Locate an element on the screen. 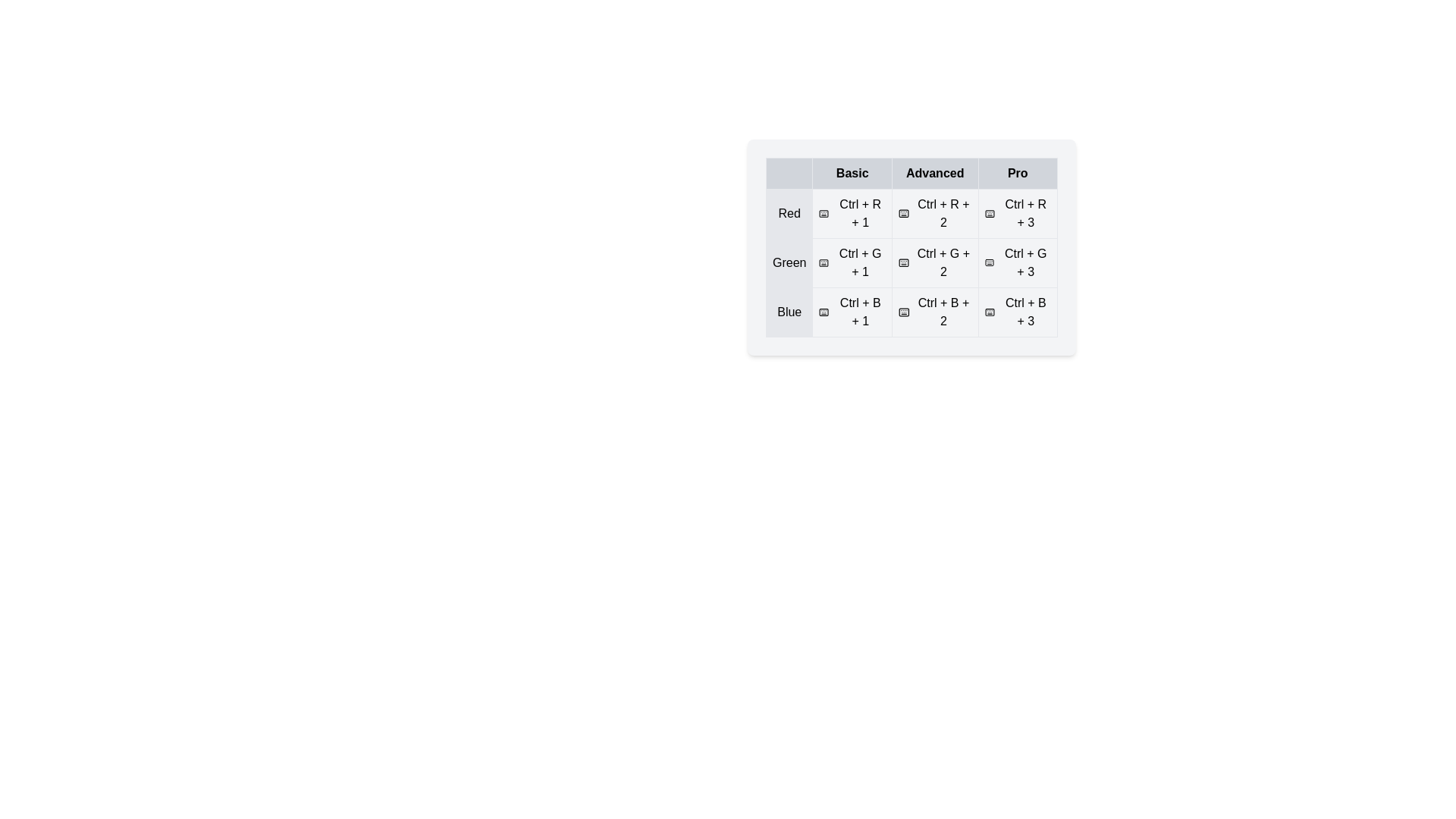  the small keyboard icon, which is an outlined vector graphic located in the second row and second column of the table under the 'Advanced' heading and beside the 'Red' label is located at coordinates (904, 213).